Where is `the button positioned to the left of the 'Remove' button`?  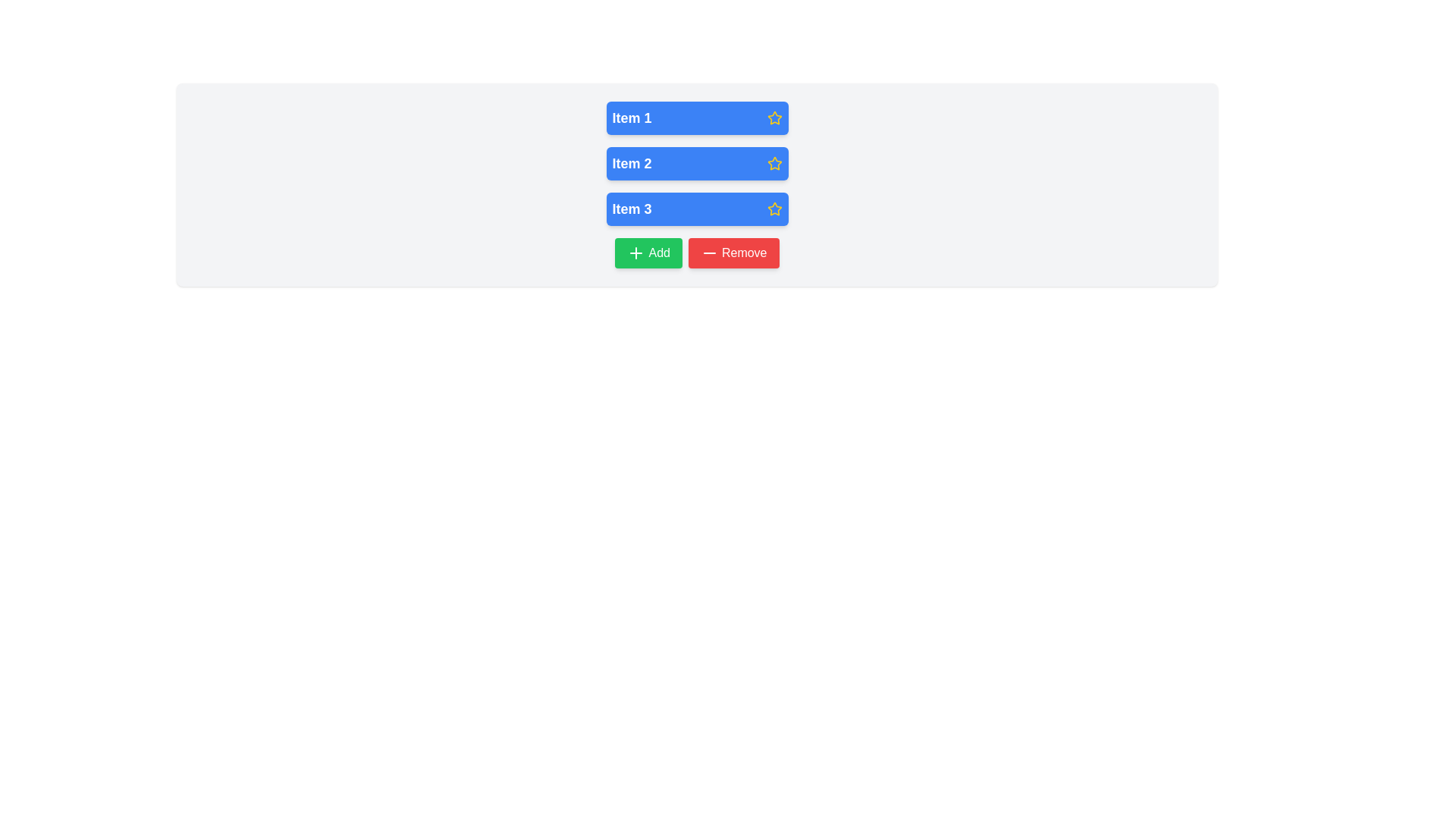
the button positioned to the left of the 'Remove' button is located at coordinates (648, 253).